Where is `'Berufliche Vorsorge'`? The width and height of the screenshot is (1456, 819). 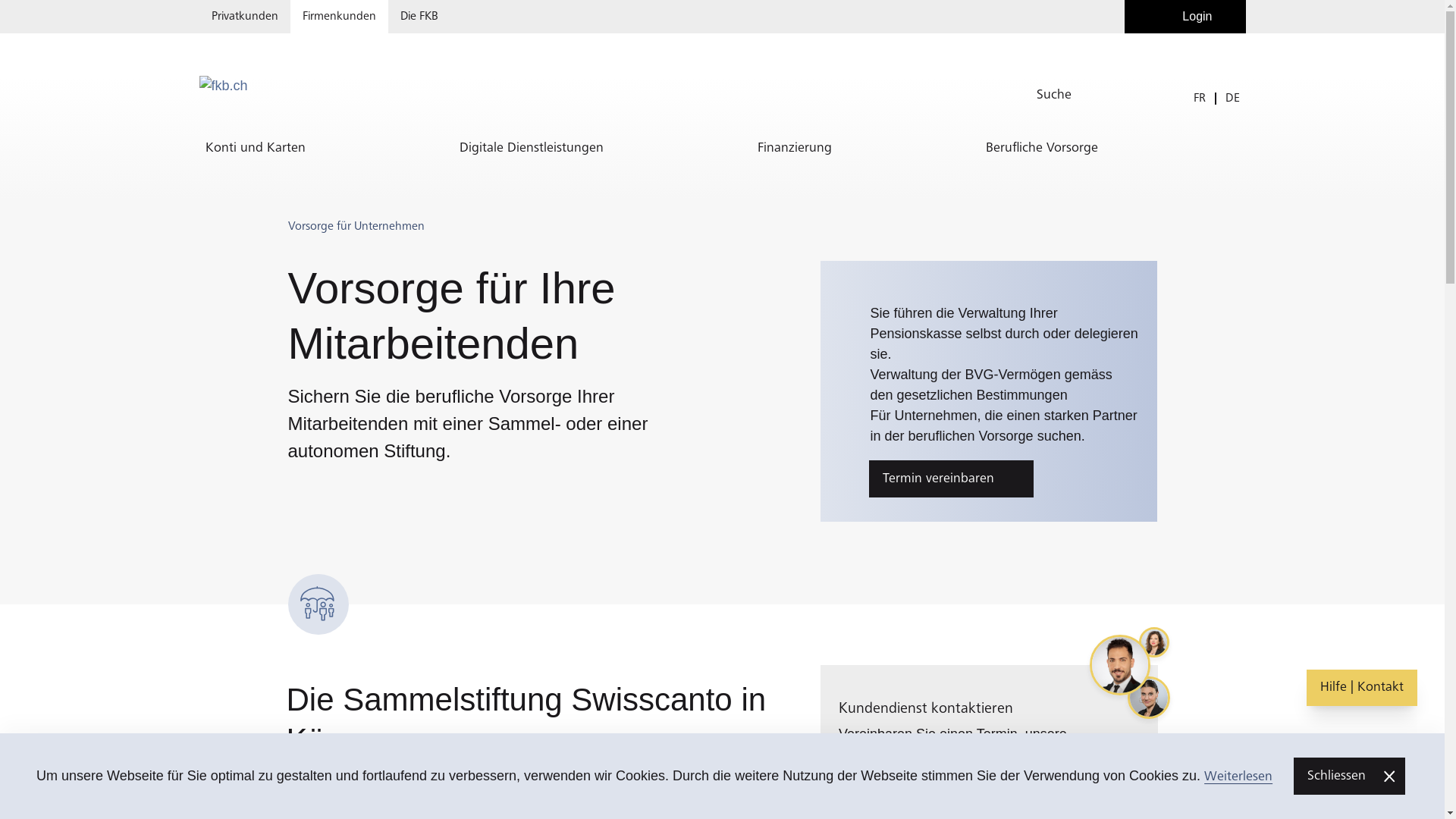
'Berufliche Vorsorge' is located at coordinates (1040, 148).